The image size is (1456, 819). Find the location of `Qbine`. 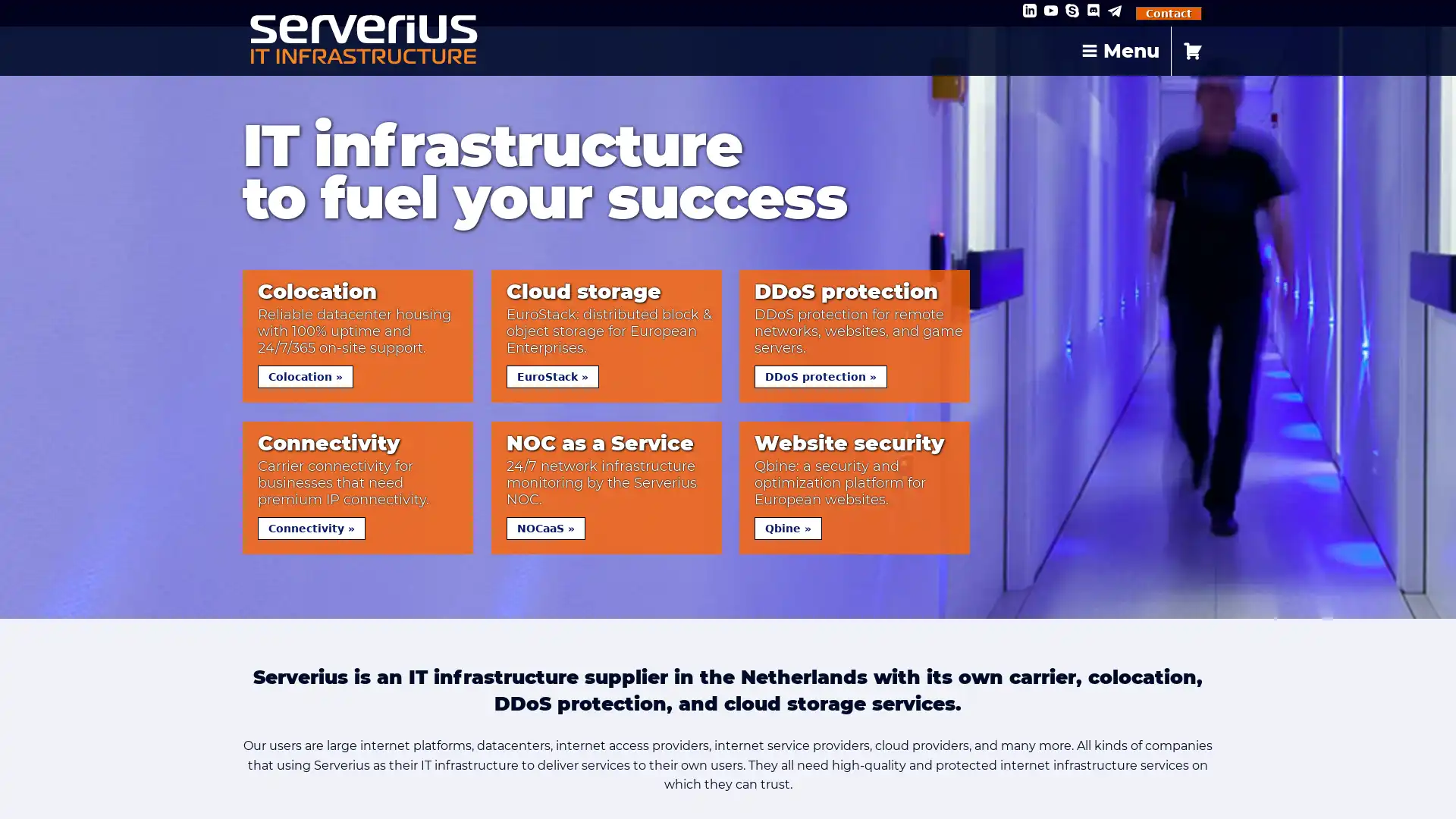

Qbine is located at coordinates (788, 526).